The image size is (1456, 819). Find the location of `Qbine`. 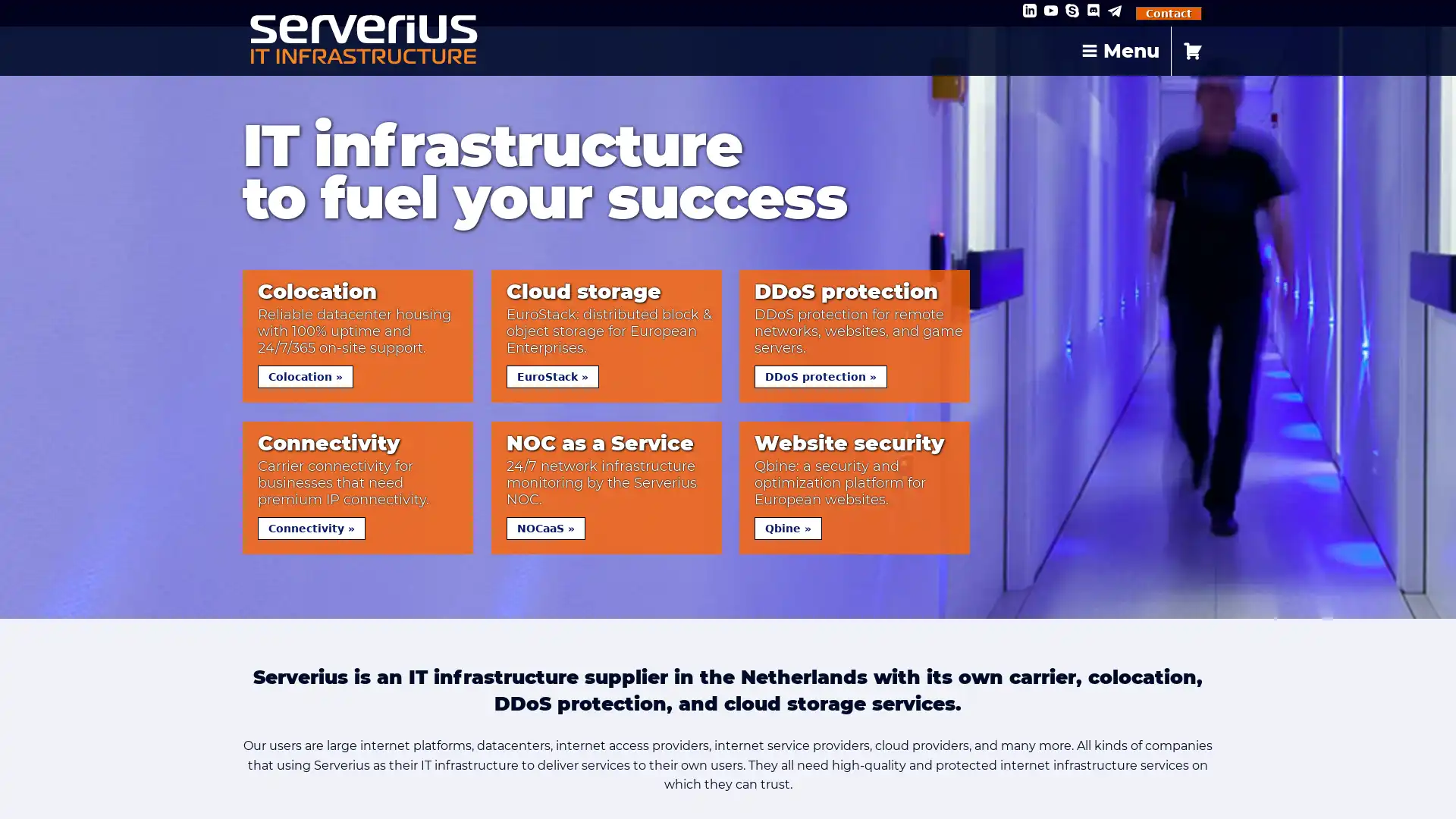

Qbine is located at coordinates (788, 526).